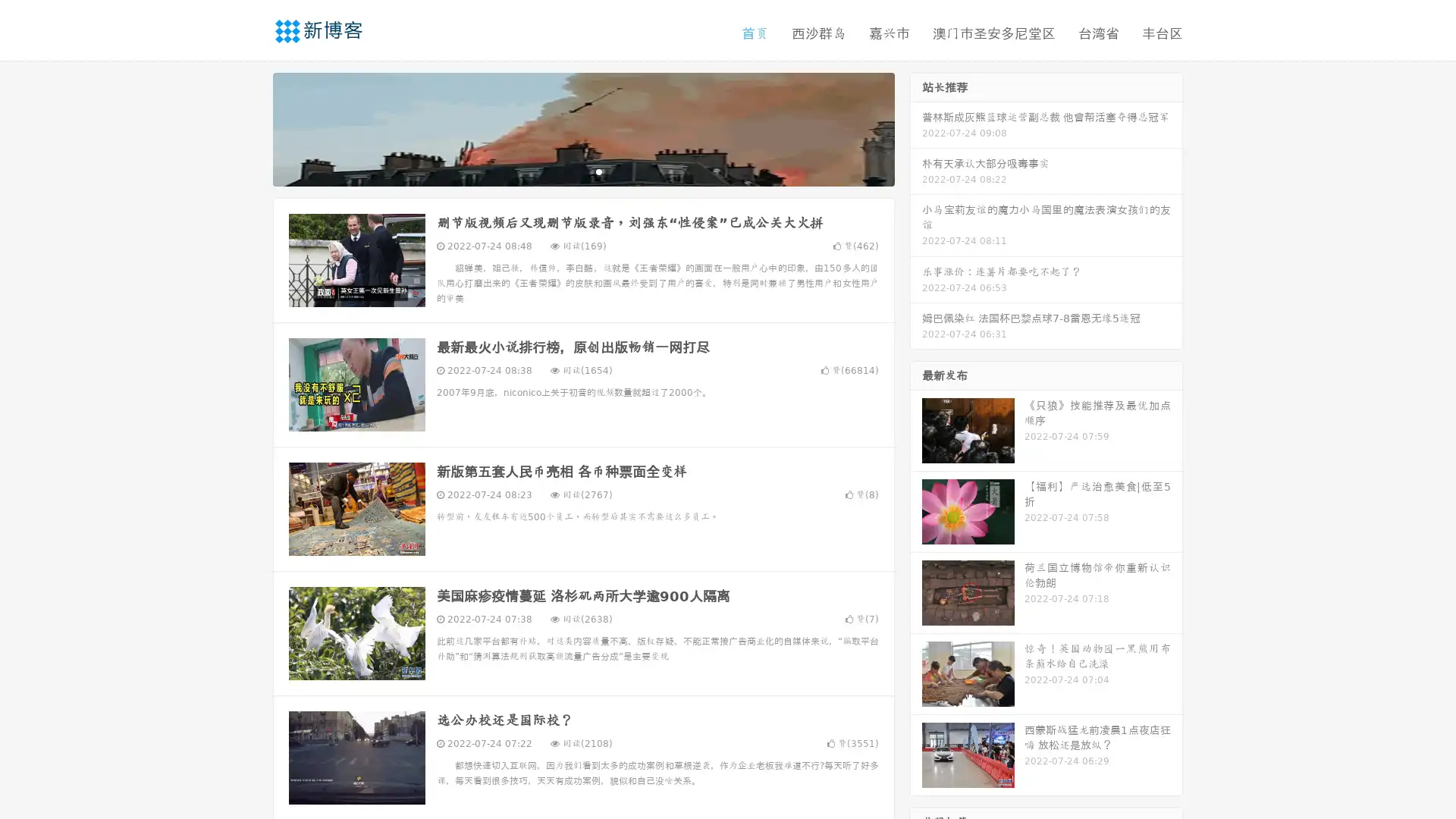 Image resolution: width=1456 pixels, height=819 pixels. Describe the element at coordinates (567, 171) in the screenshot. I see `Go to slide 1` at that location.